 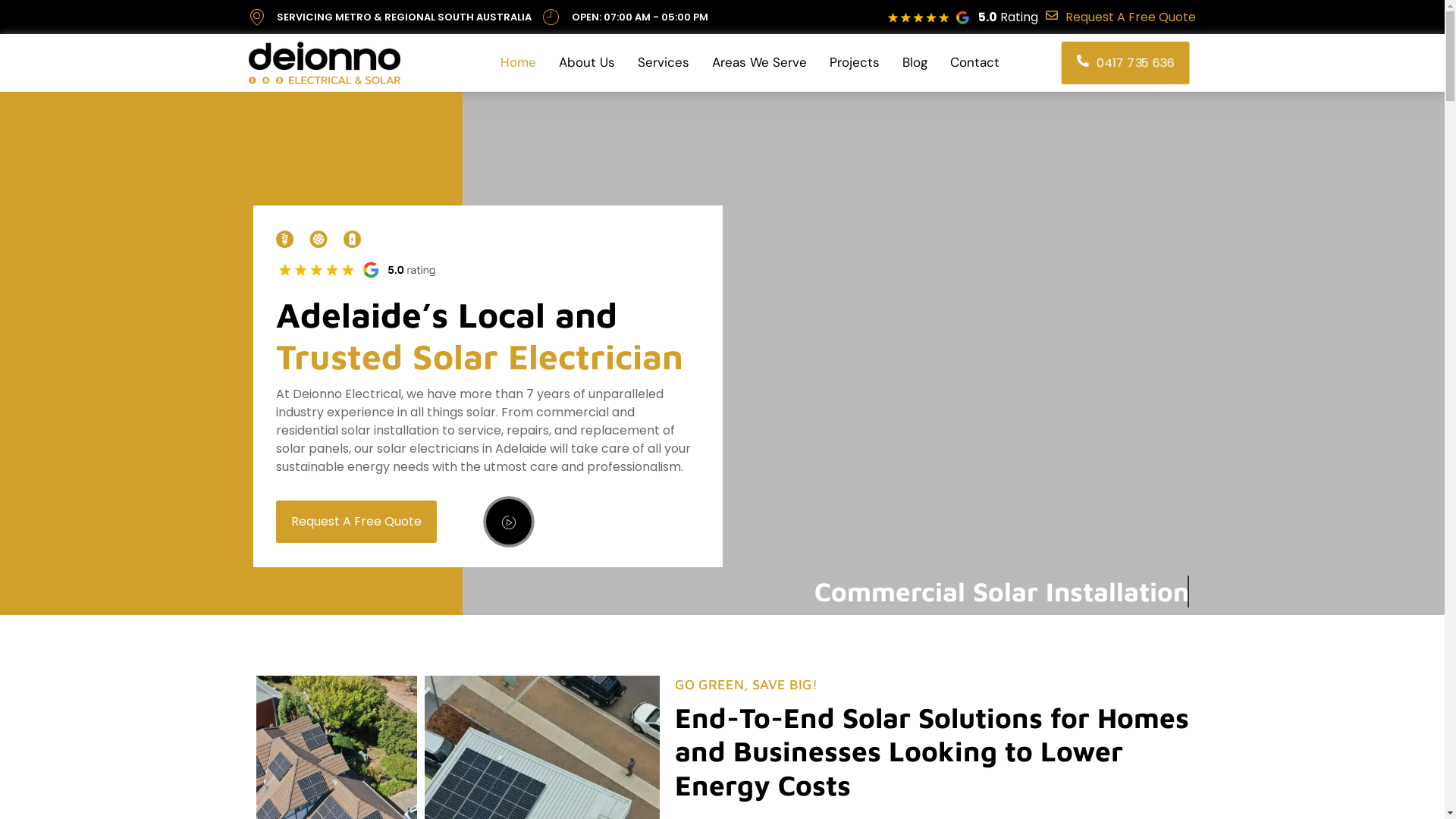 What do you see at coordinates (974, 62) in the screenshot?
I see `'Contact'` at bounding box center [974, 62].